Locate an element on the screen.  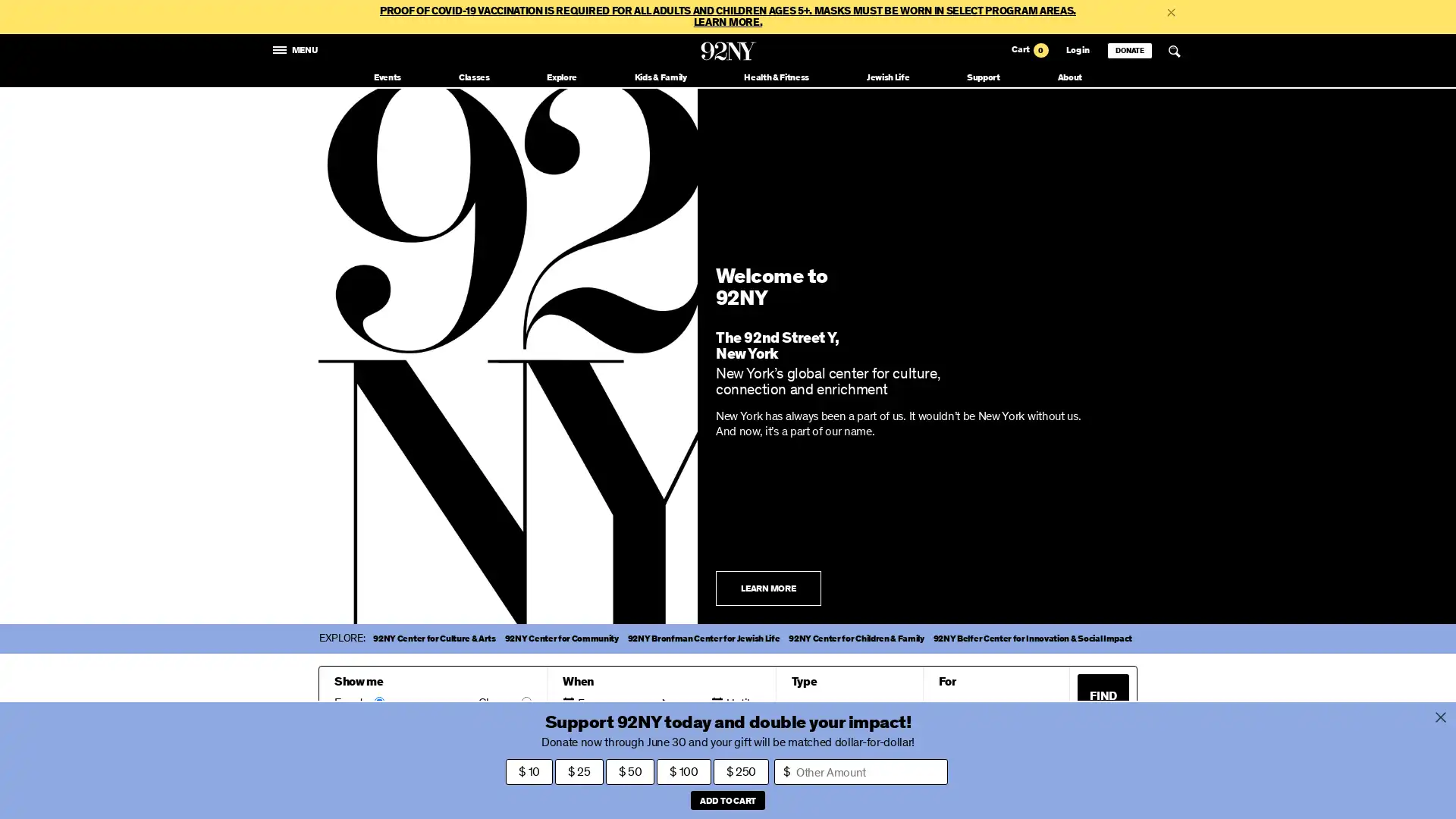
Add to Cart is located at coordinates (726, 799).